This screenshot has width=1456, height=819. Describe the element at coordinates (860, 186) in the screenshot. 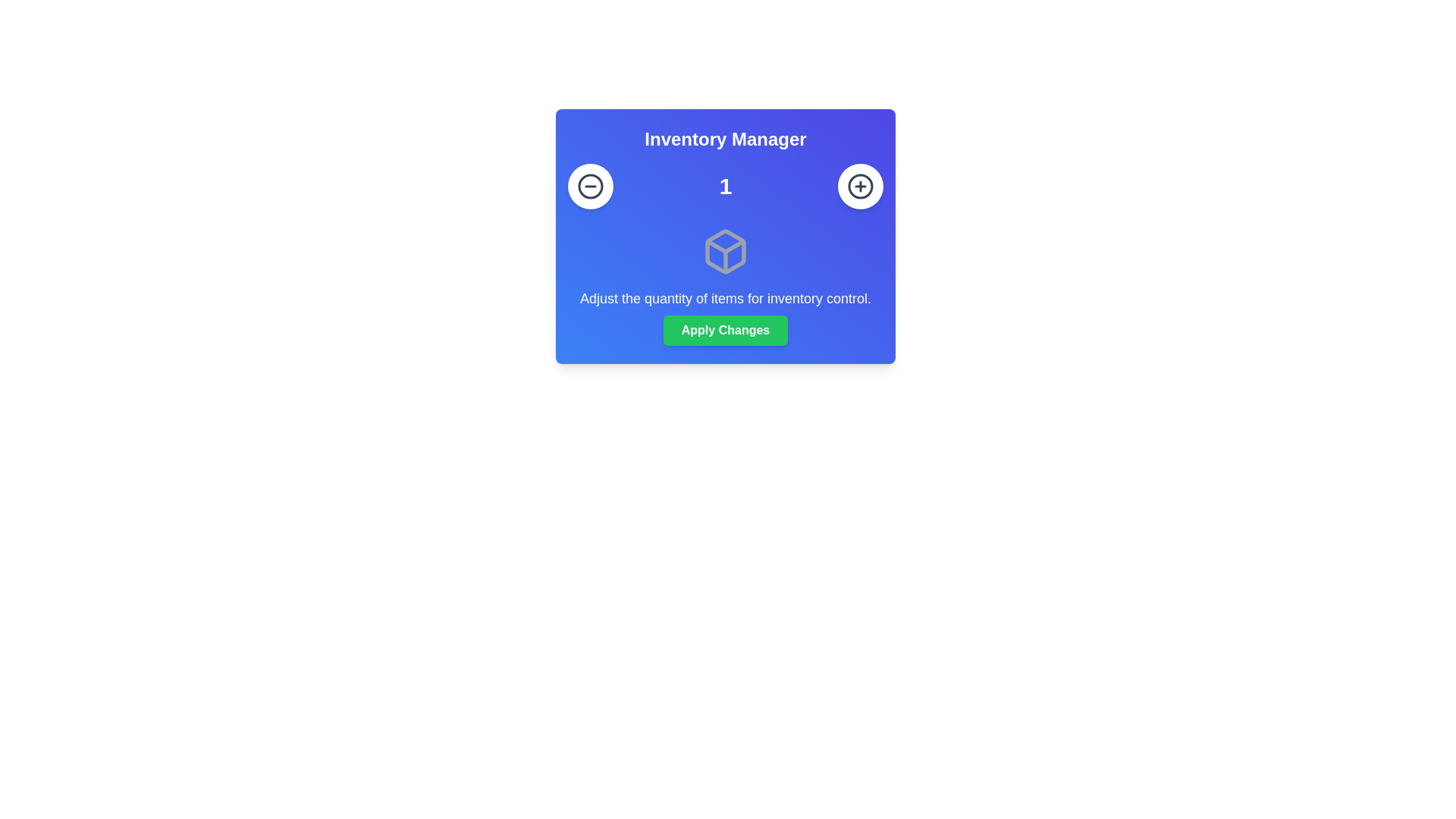

I see `the increment button, which is located on the right side of the horizontal layout and features a plus symbol, to increase the value` at that location.